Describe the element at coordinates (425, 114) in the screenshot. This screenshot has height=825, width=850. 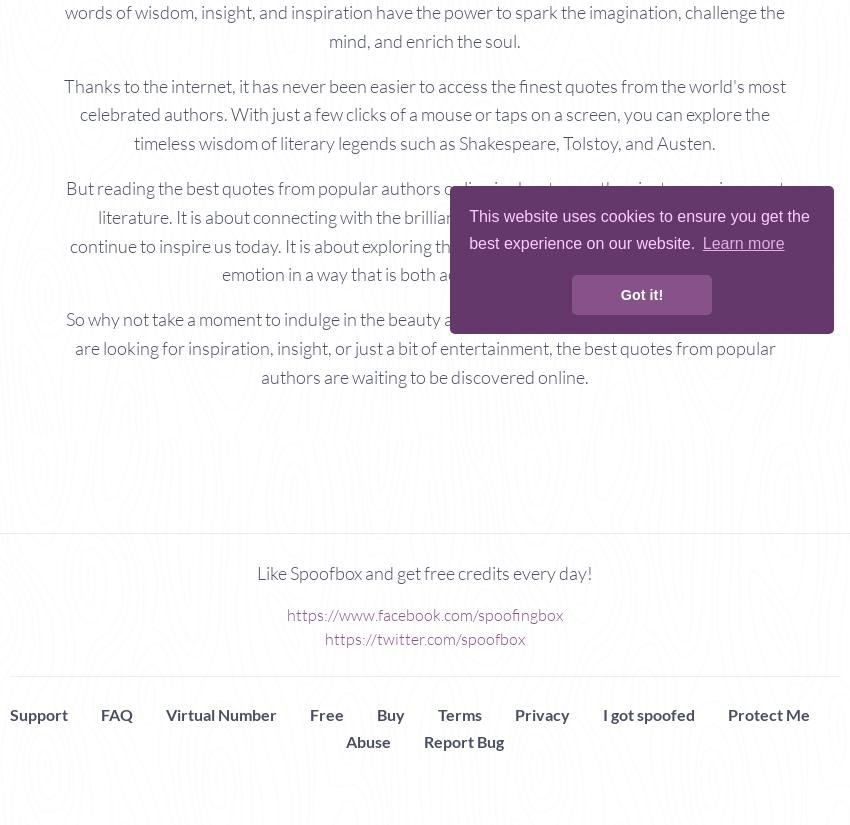
I see `'Thanks to the internet, it has never been easier to access the finest quotes from the world's most celebrated authors. With just a few clicks of a mouse or taps on a screen, you can explore the timeless wisdom of literary legends such as Shakespeare, Tolstoy, and Austen.'` at that location.